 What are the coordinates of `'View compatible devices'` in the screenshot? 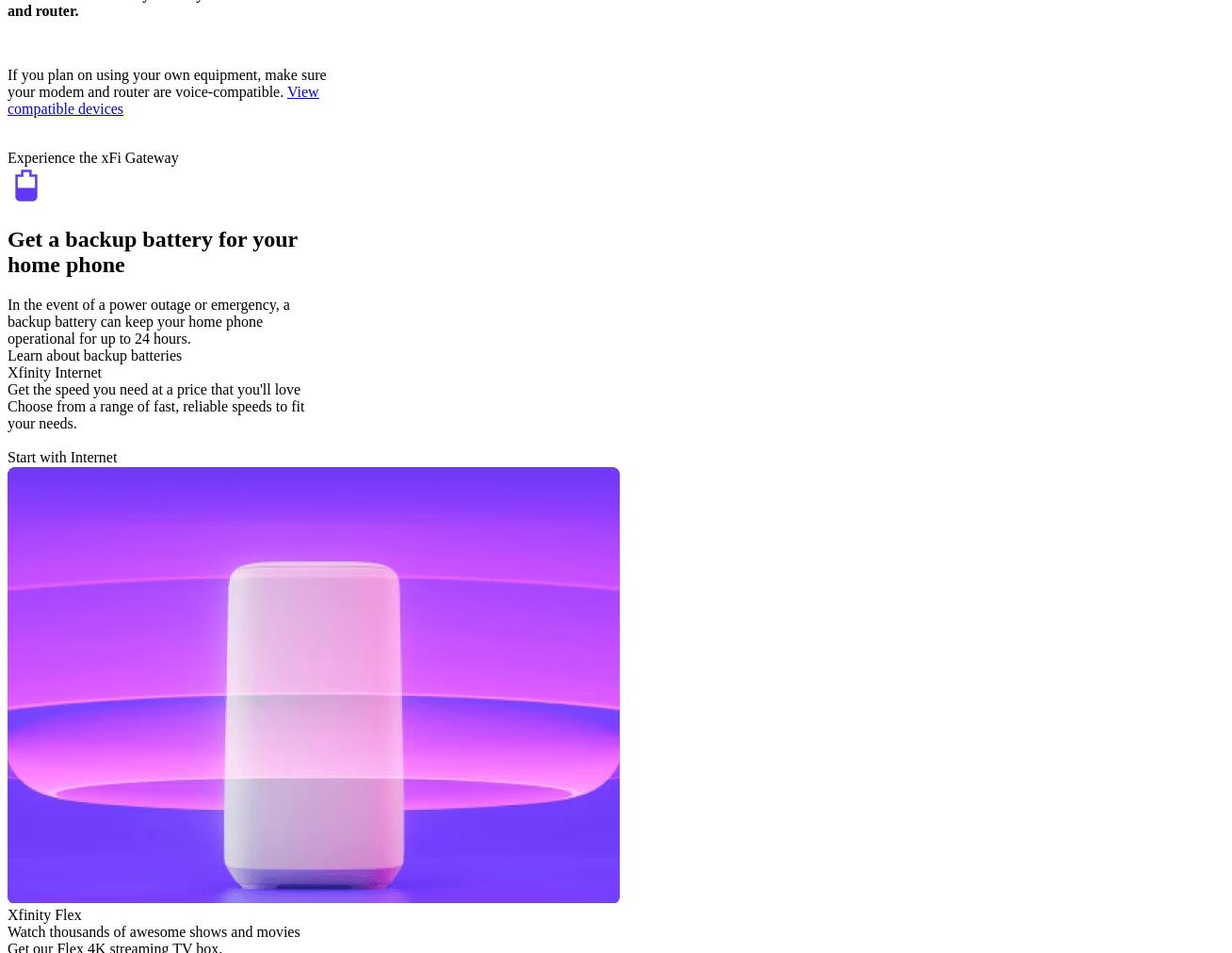 It's located at (7, 99).